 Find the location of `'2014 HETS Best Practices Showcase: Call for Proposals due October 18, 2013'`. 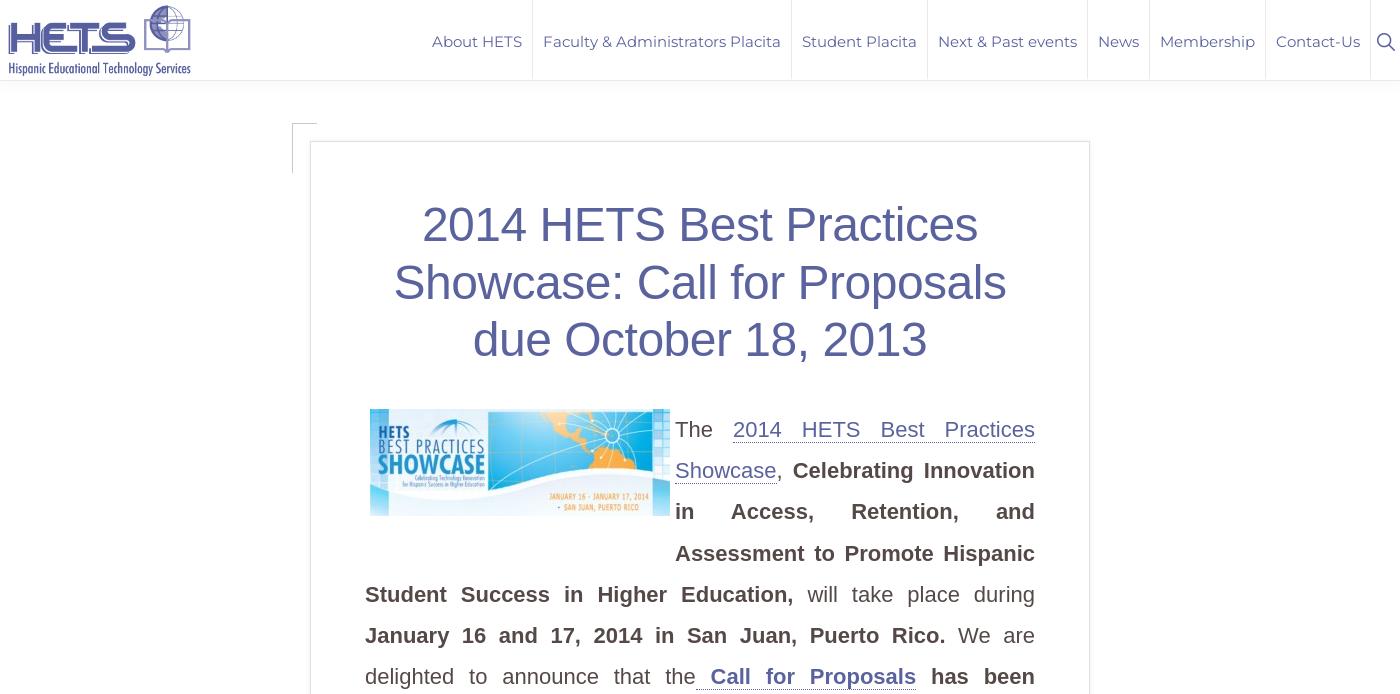

'2014 HETS Best Practices Showcase: Call for Proposals due October 18, 2013' is located at coordinates (699, 281).